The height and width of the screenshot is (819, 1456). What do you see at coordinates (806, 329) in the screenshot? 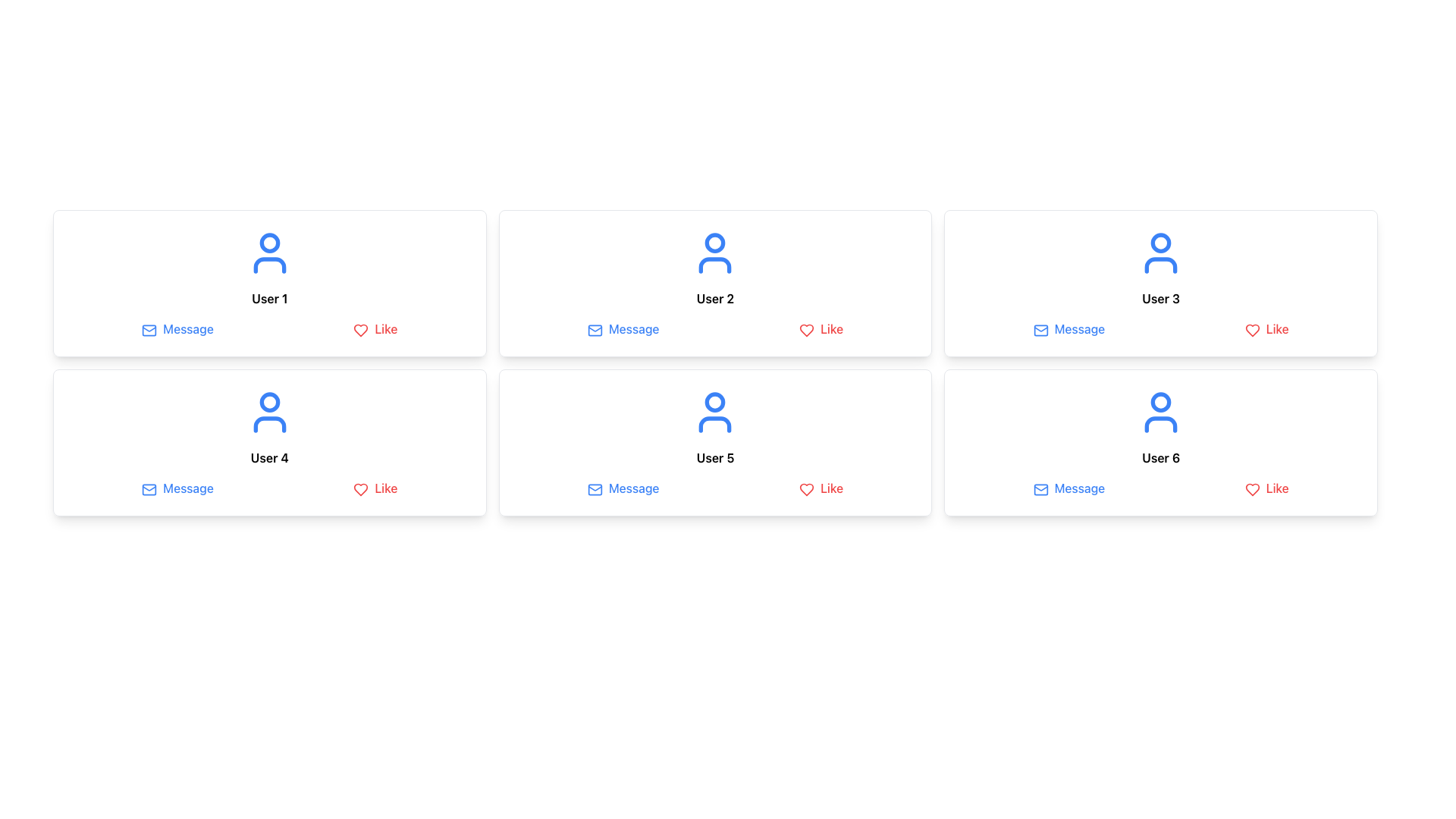
I see `the red outlined heart icon representing the 'like' action, located next to the text 'Like' in the 'Like' button group for user 'User 2'` at bounding box center [806, 329].